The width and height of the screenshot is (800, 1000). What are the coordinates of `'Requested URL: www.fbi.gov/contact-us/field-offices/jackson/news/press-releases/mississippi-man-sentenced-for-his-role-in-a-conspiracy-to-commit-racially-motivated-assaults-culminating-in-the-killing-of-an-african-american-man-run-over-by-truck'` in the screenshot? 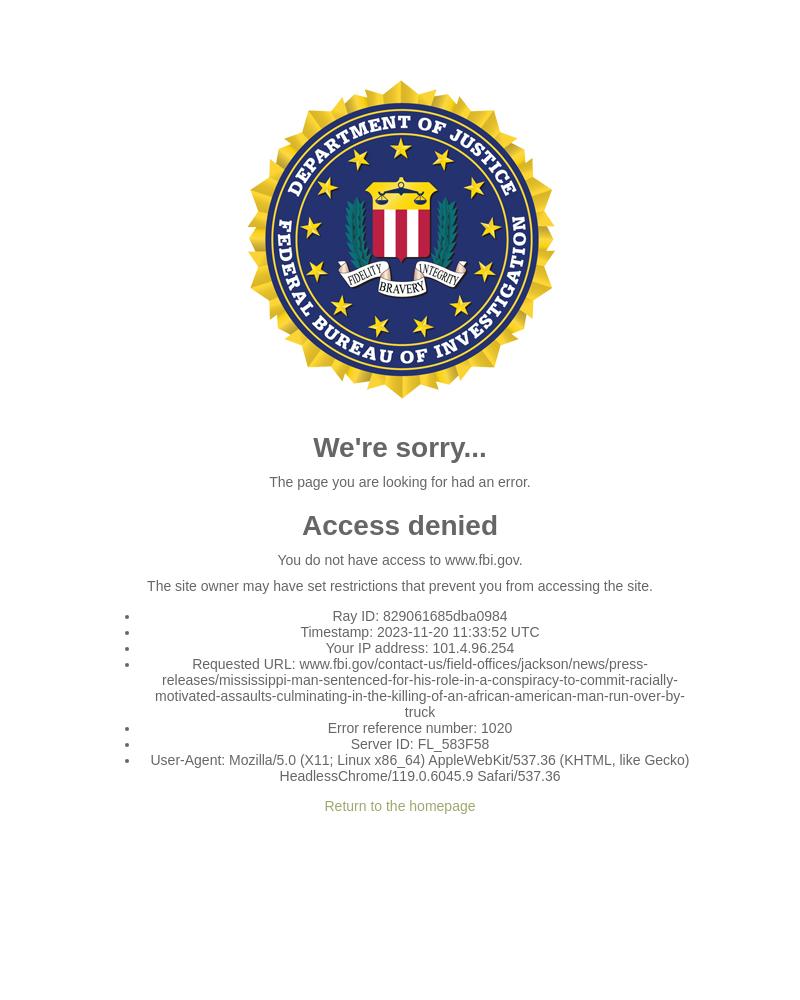 It's located at (155, 688).